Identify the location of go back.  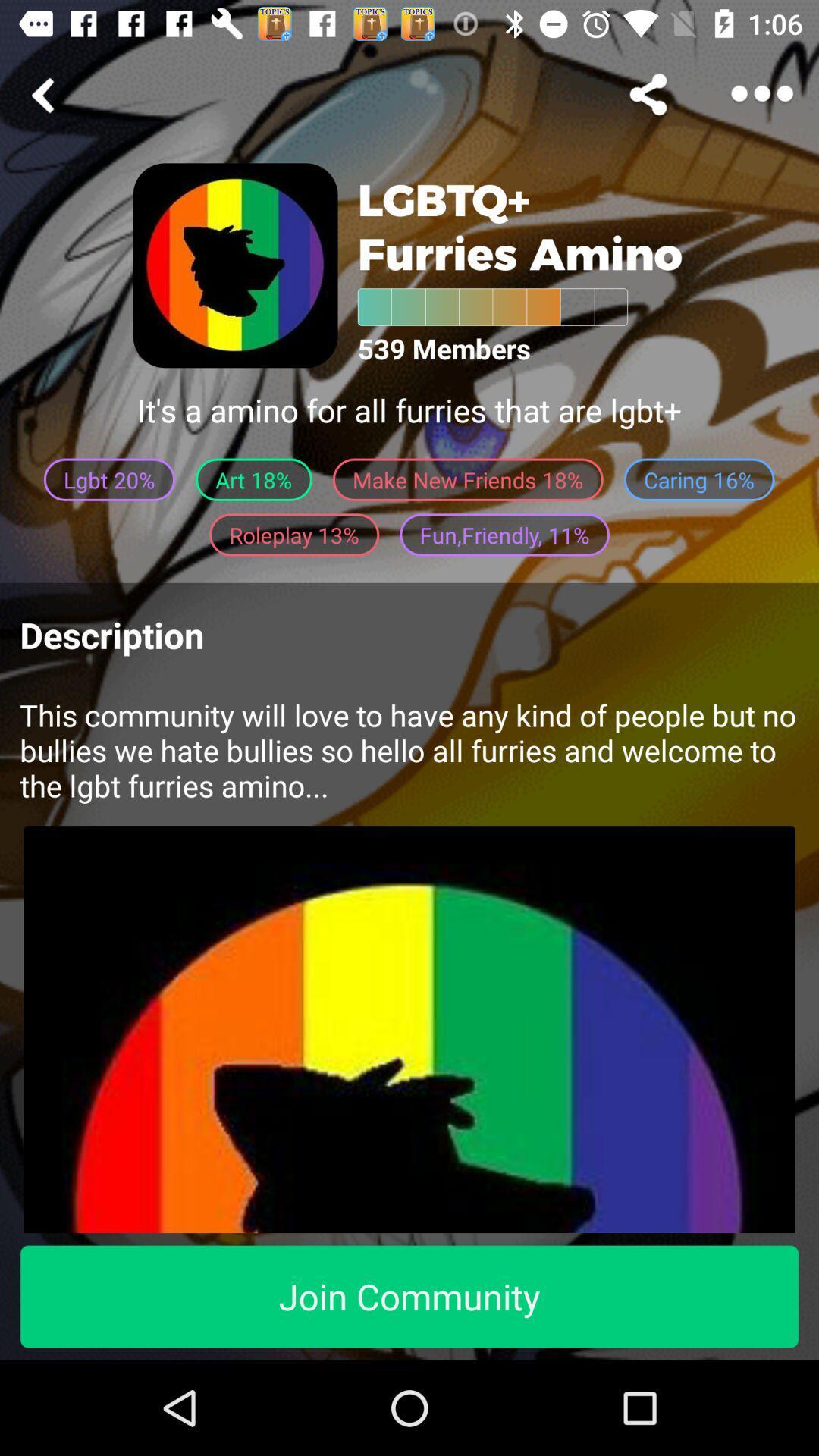
(45, 94).